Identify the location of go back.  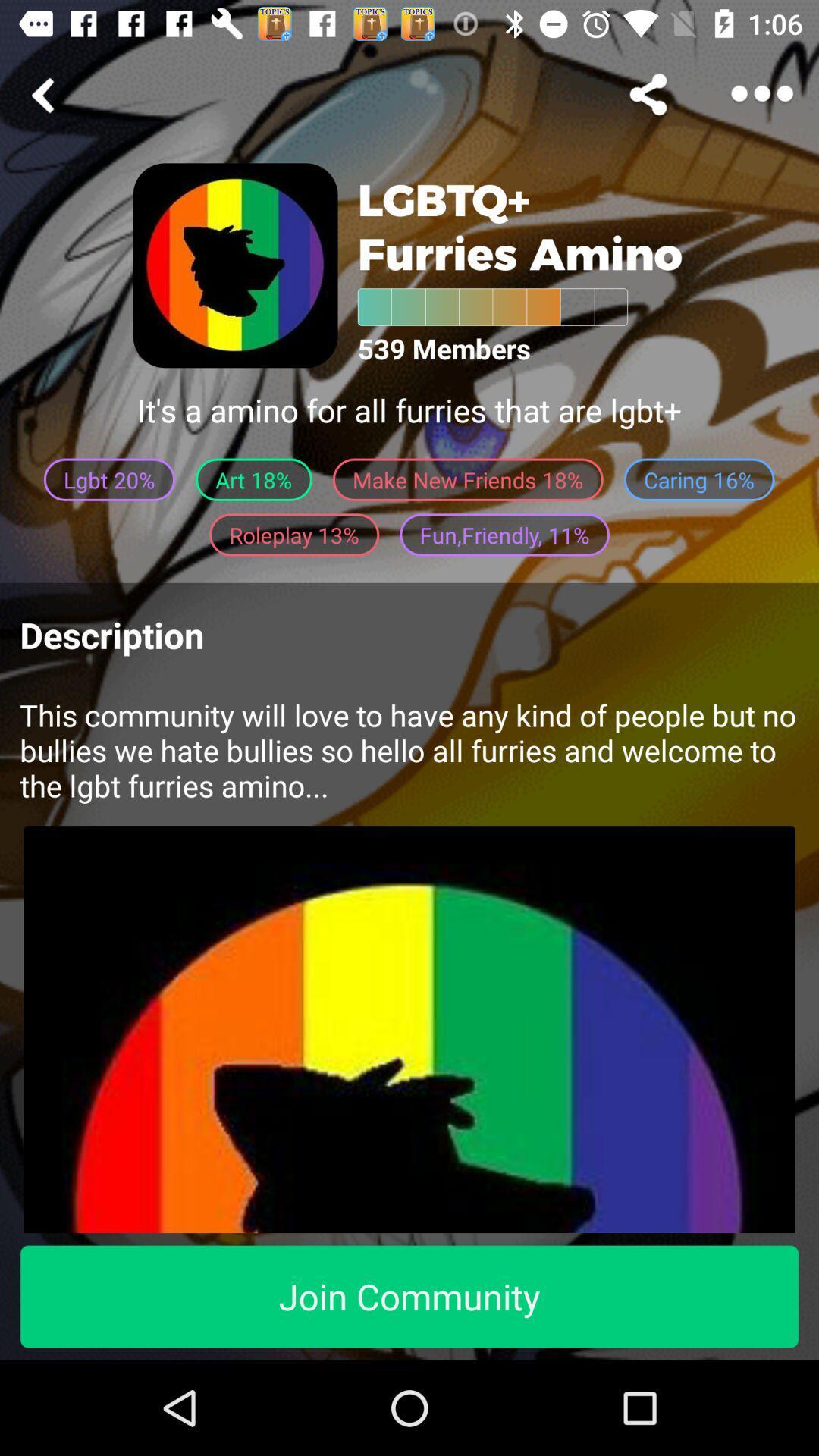
(45, 94).